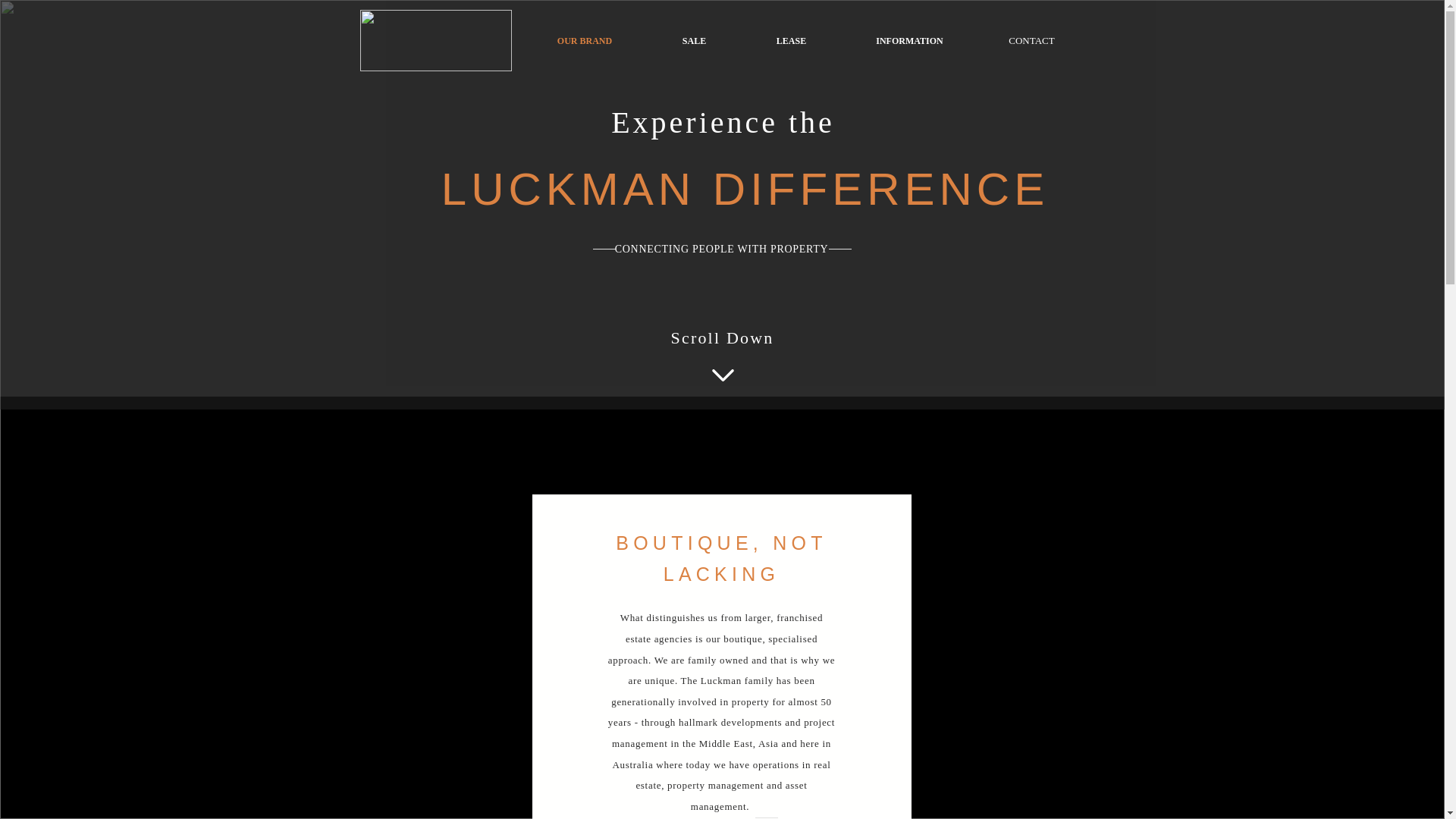  Describe the element at coordinates (910, 40) in the screenshot. I see `'INFORMATION'` at that location.